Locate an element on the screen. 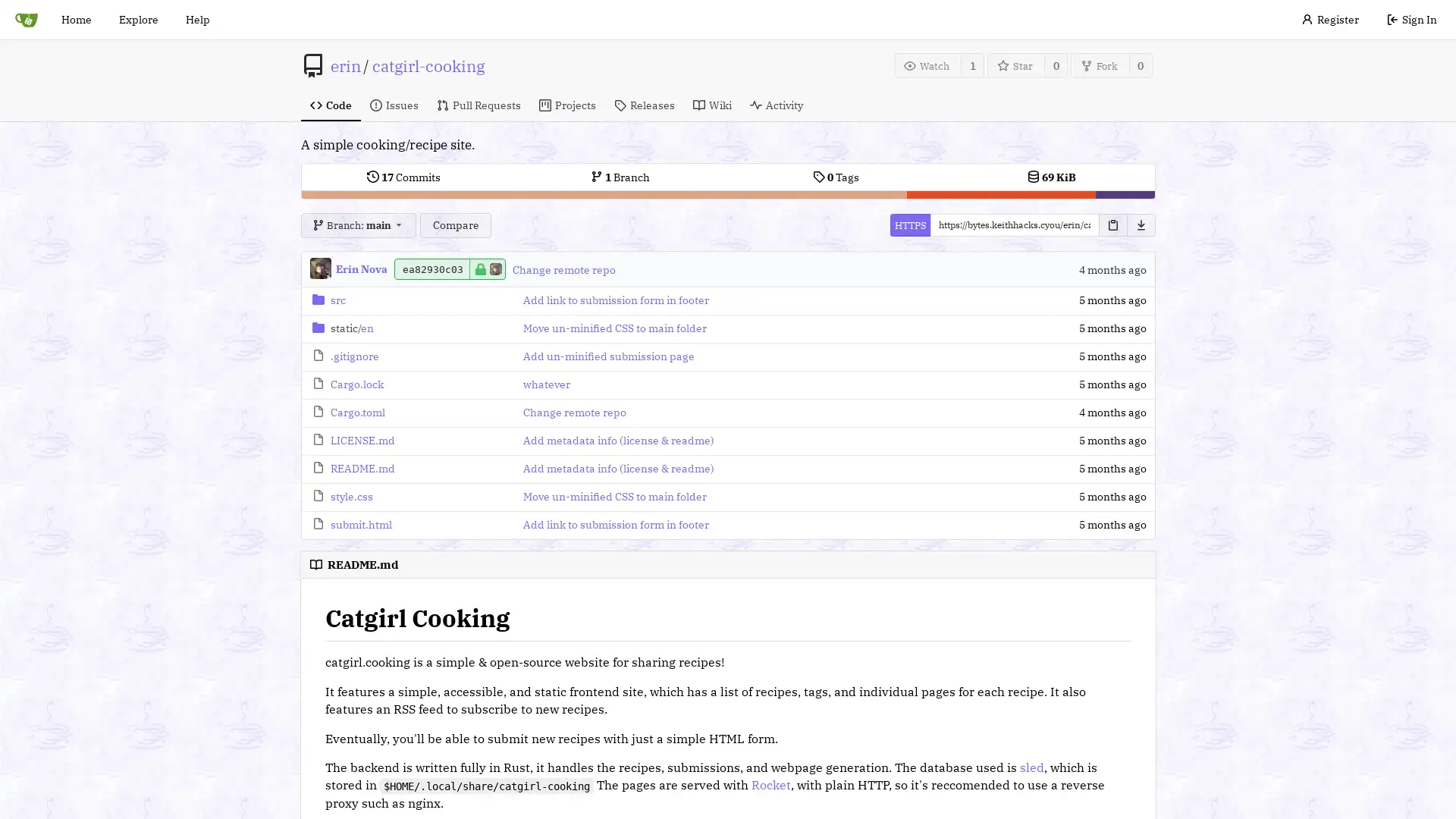 The height and width of the screenshot is (819, 1456). Star is located at coordinates (1015, 64).